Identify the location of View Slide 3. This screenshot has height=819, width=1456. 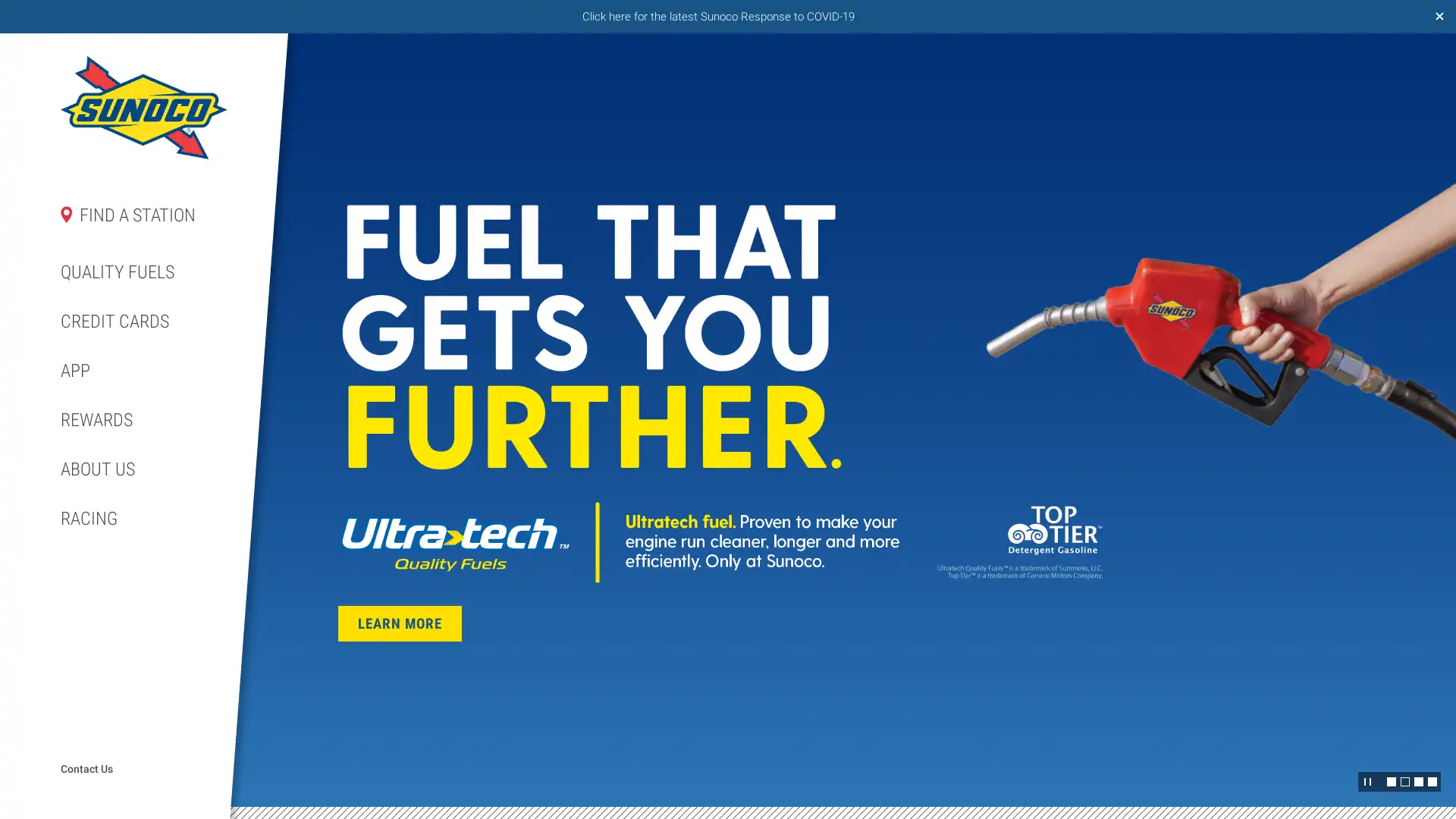
(1418, 781).